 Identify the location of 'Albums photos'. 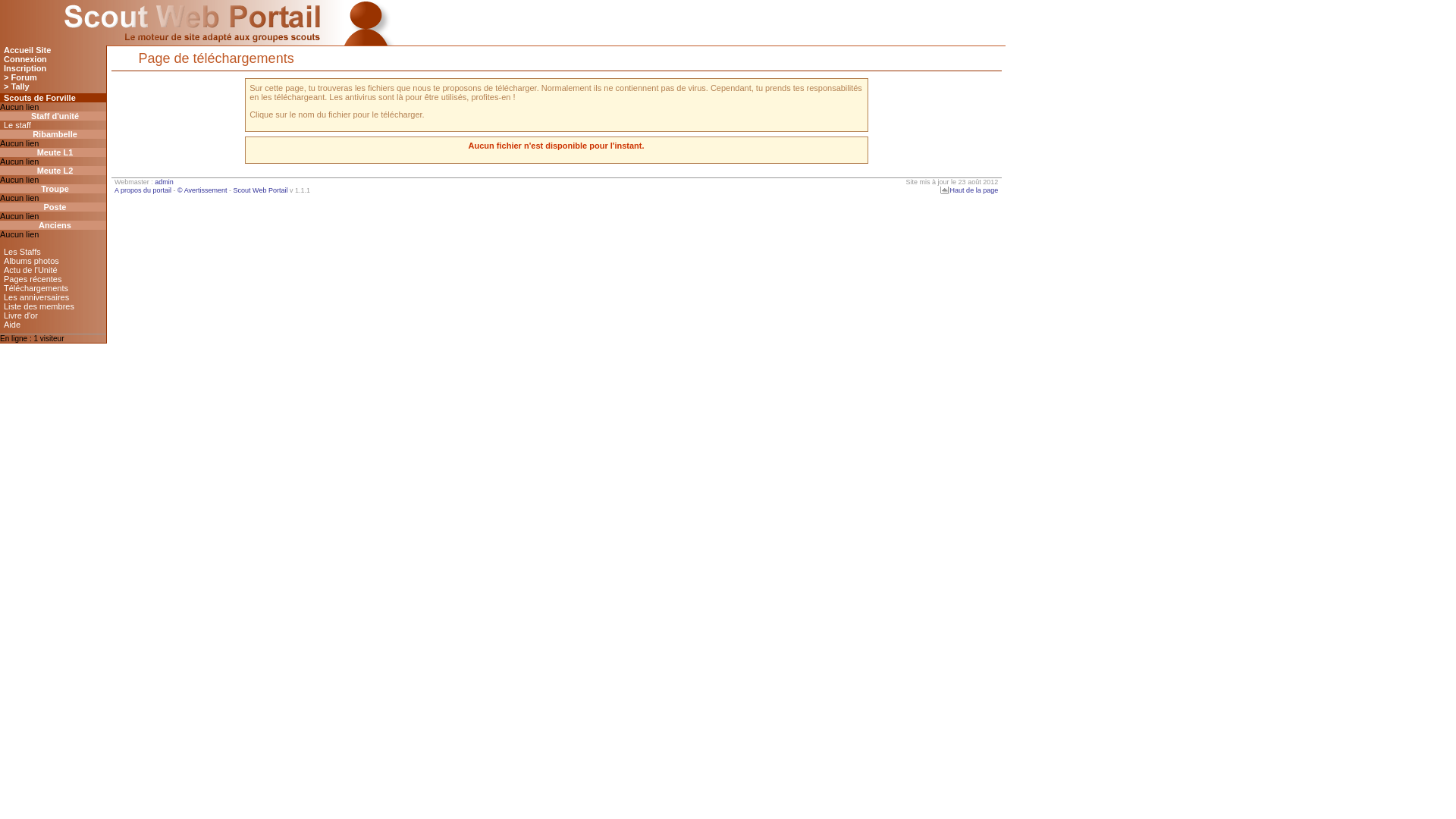
(0, 259).